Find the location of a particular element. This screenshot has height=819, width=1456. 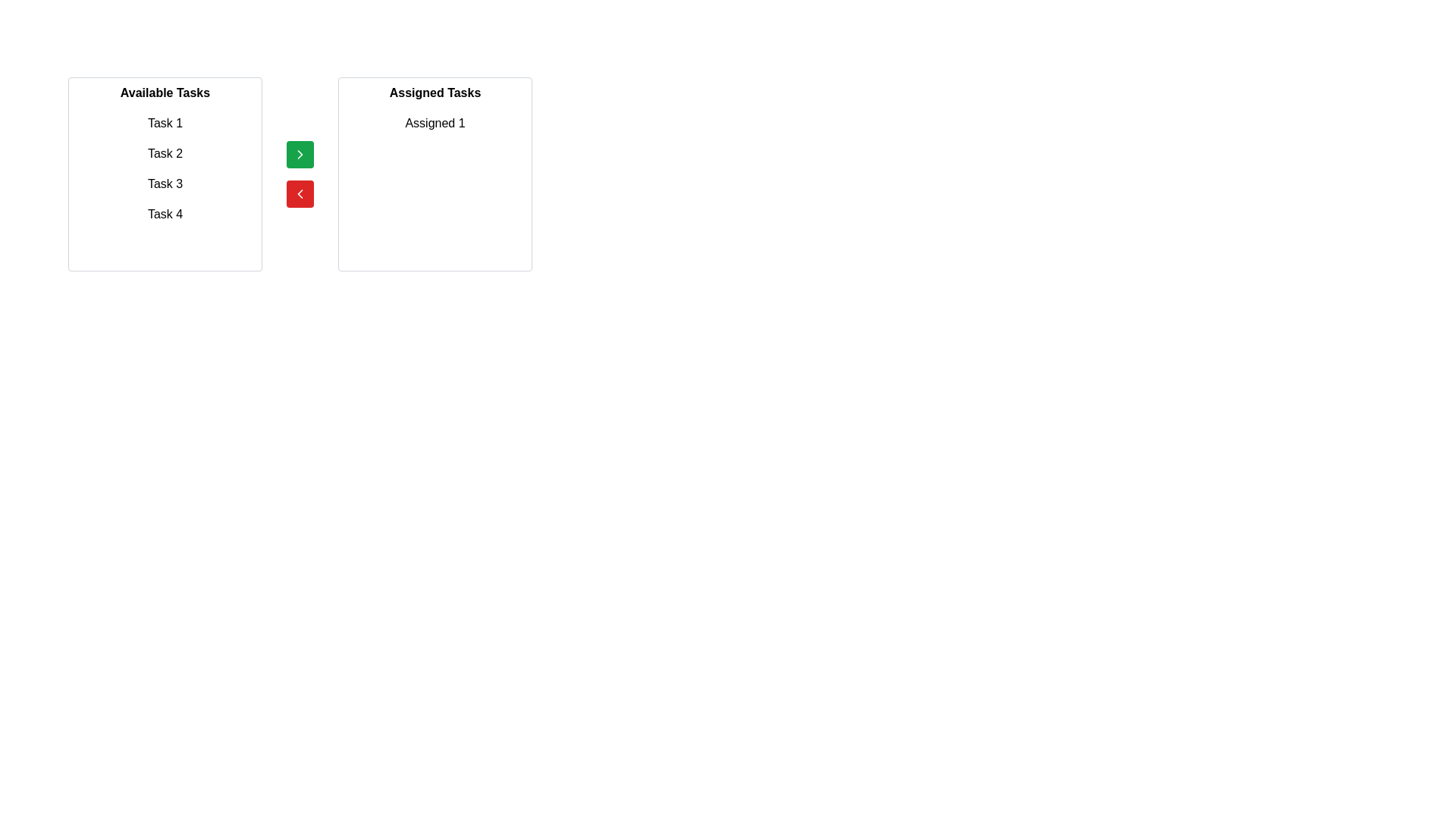

the header text label located at the top of the left card is located at coordinates (165, 93).